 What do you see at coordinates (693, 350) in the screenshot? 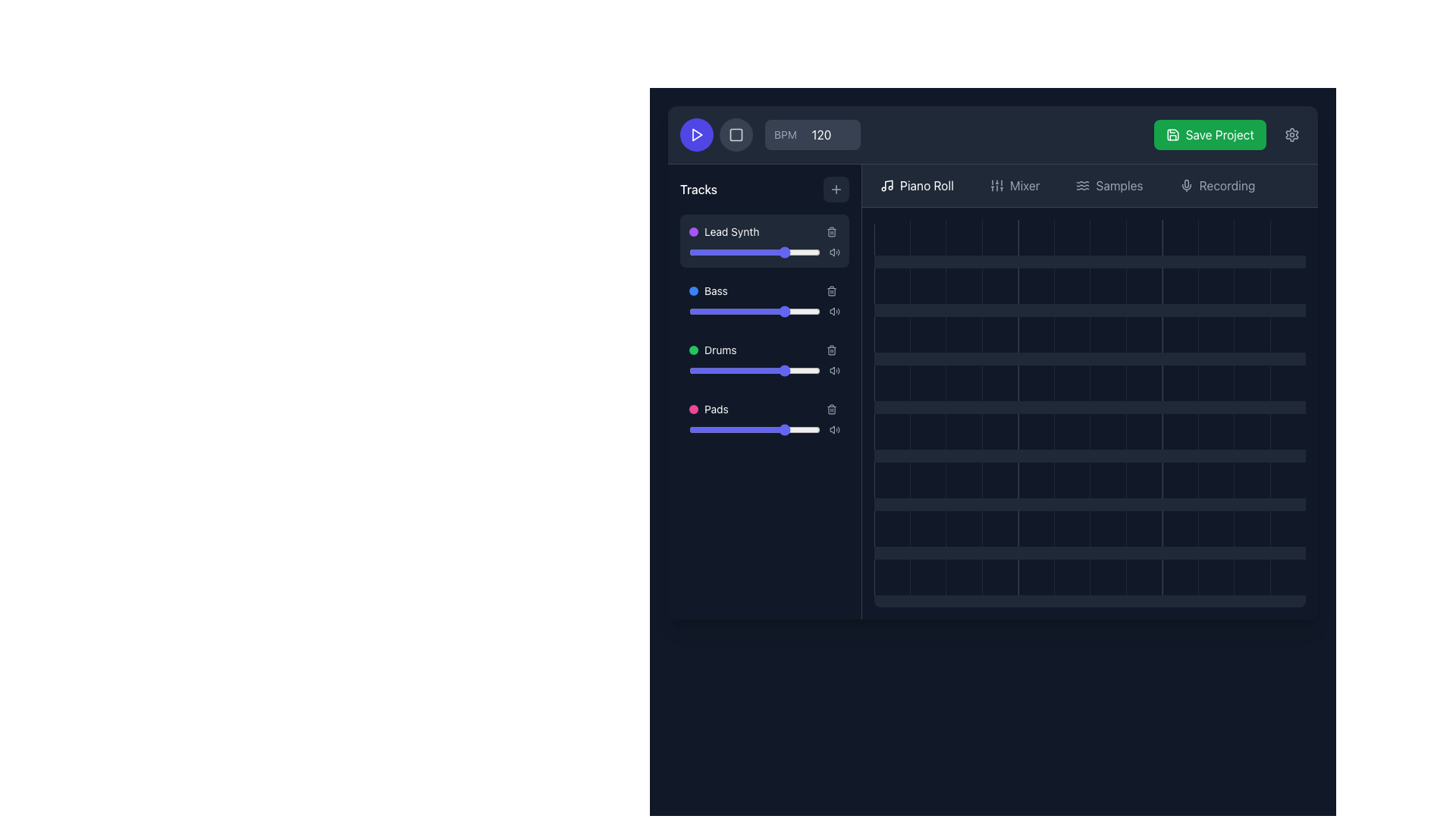
I see `the status indicator representing the active state for the 'Drums' track, located to the left of the text label 'Drums' in the sidebar` at bounding box center [693, 350].